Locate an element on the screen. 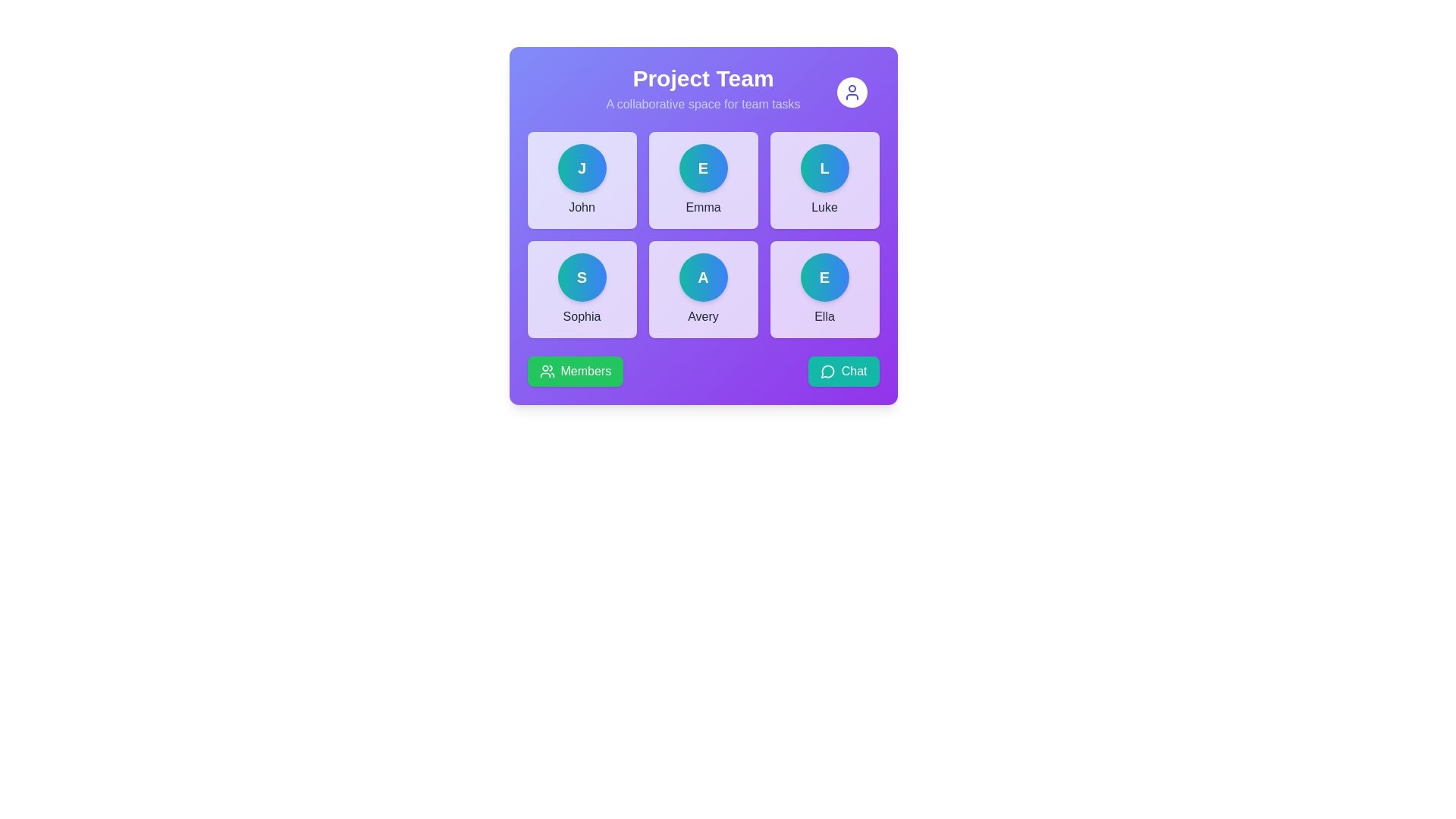  the Text Label displaying the user's name located directly below the circular avatar labeled 'E' in the center column of a 3x2 grid of user cards is located at coordinates (702, 207).